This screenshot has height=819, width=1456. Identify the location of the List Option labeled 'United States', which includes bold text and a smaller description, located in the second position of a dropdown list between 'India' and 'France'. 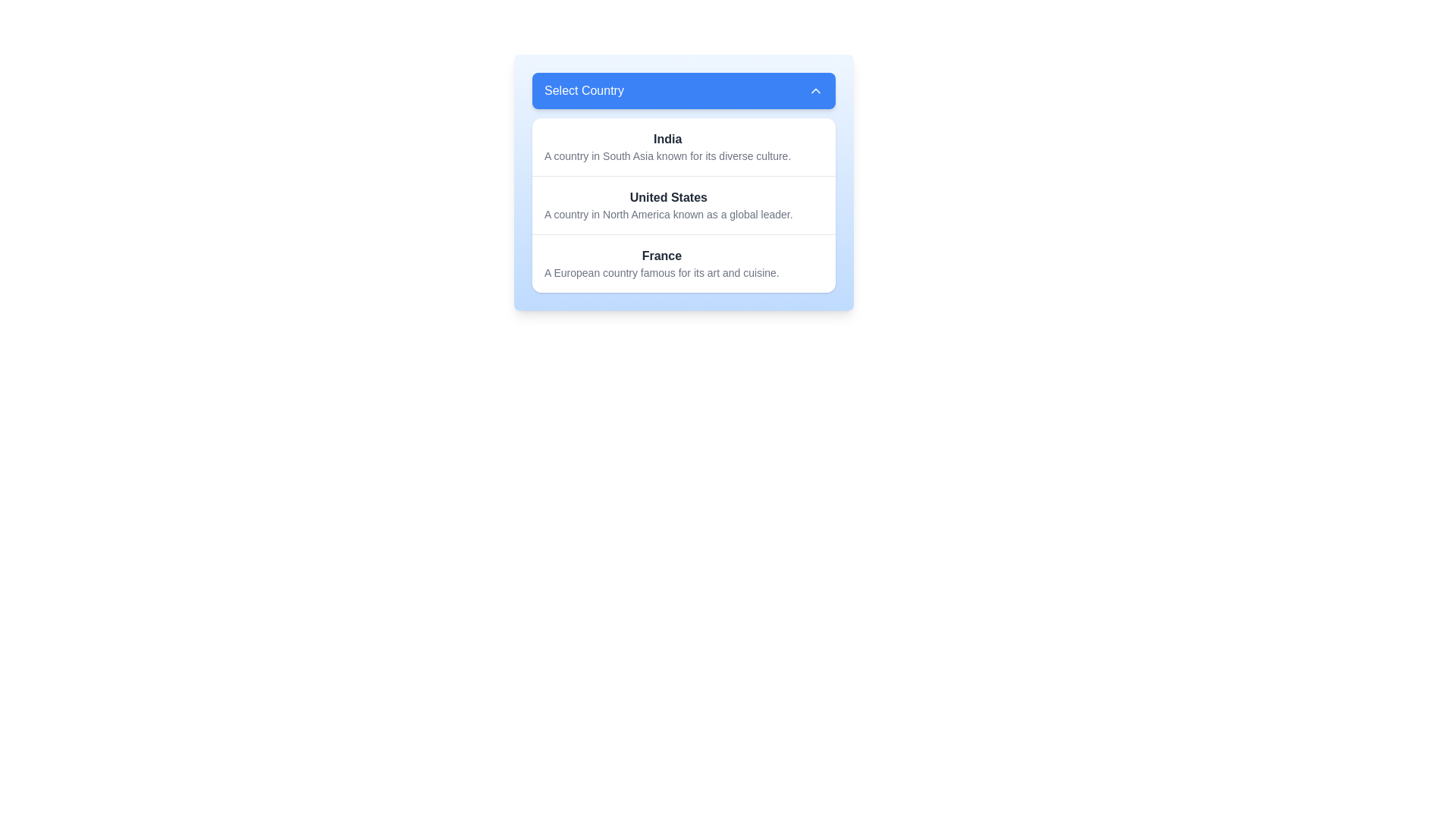
(667, 205).